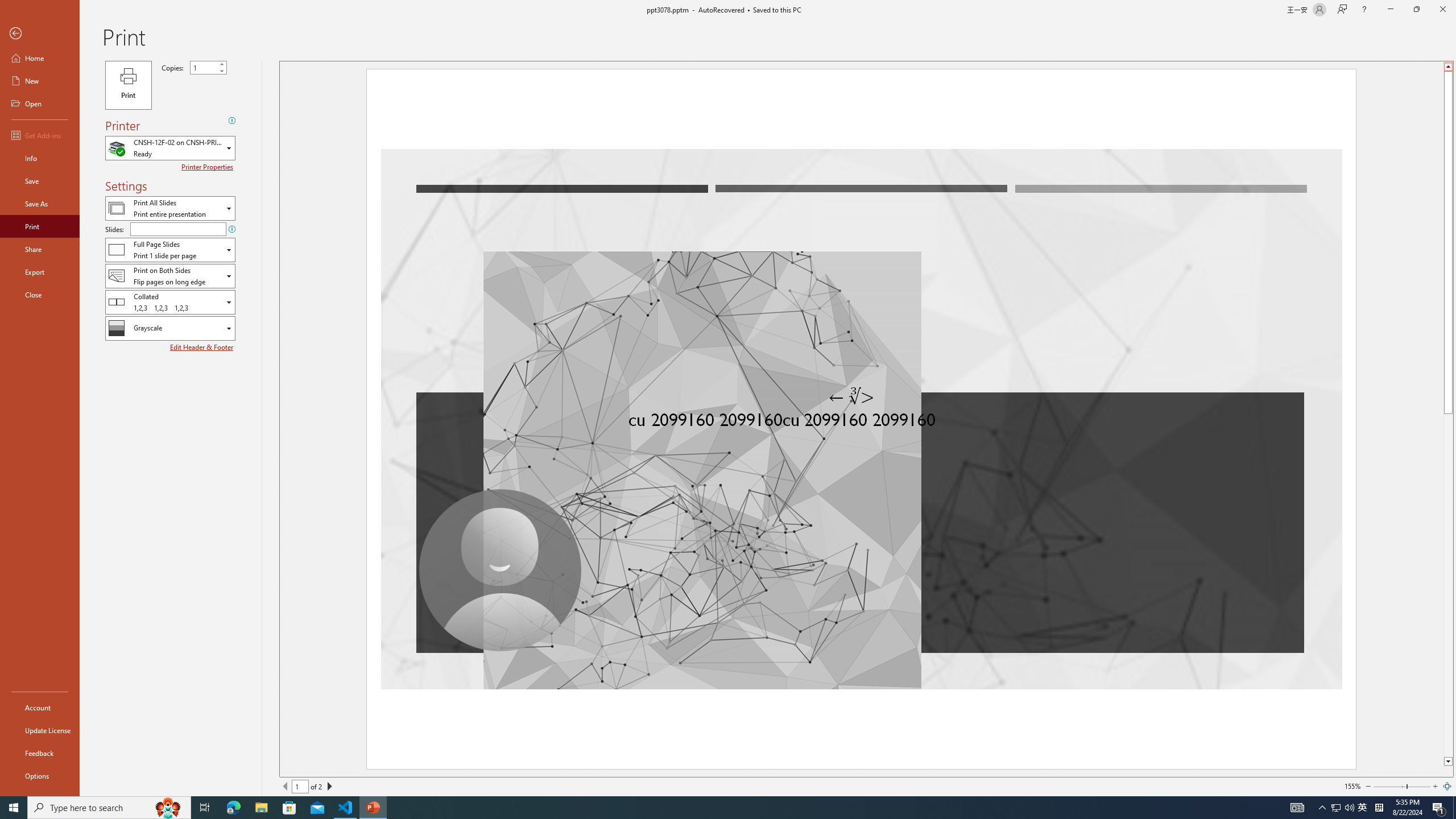 The image size is (1456, 819). I want to click on 'Get Add-ins', so click(39, 135).